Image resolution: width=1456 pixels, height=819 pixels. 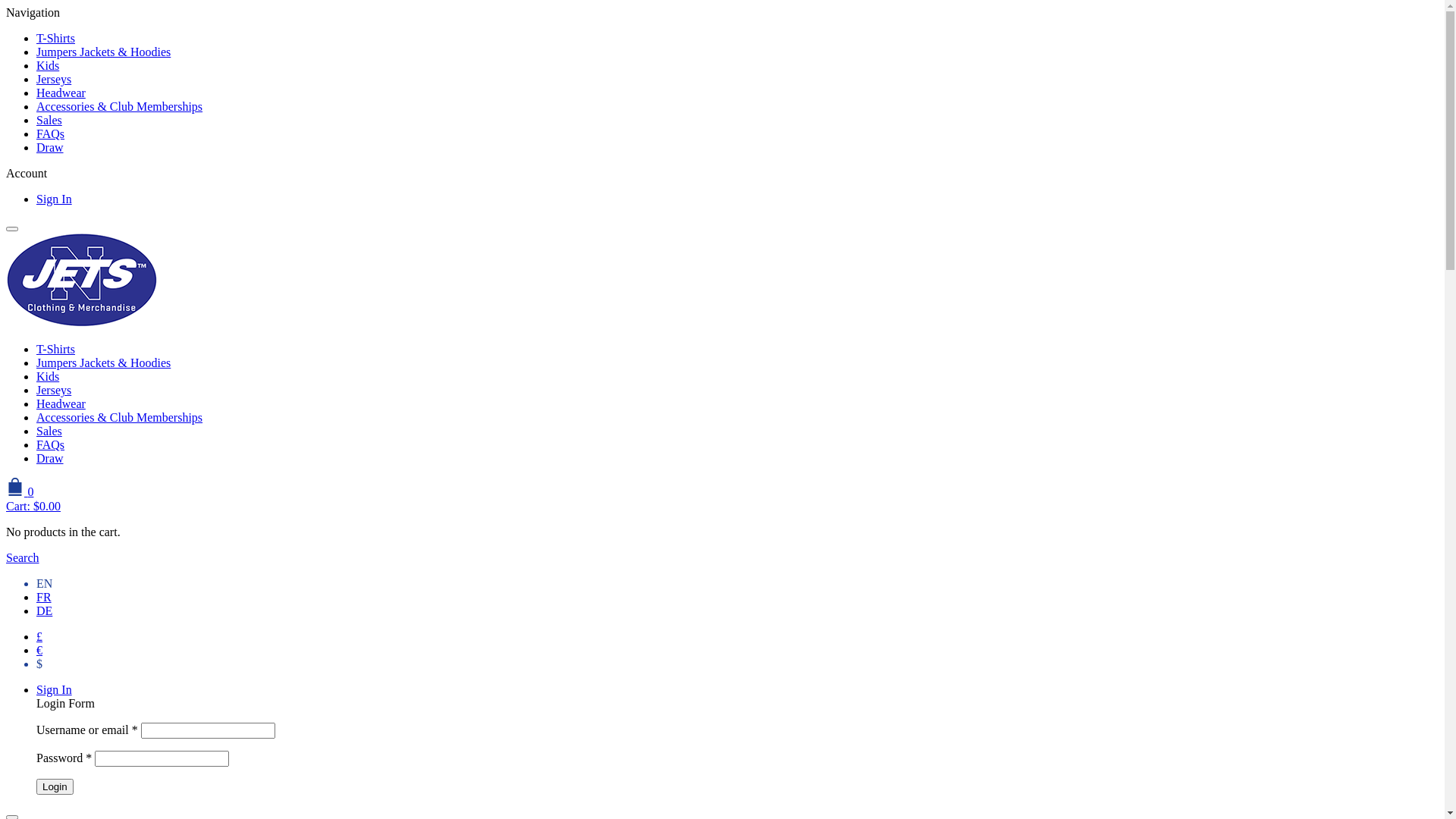 What do you see at coordinates (118, 417) in the screenshot?
I see `'Accessories & Club Memberships'` at bounding box center [118, 417].